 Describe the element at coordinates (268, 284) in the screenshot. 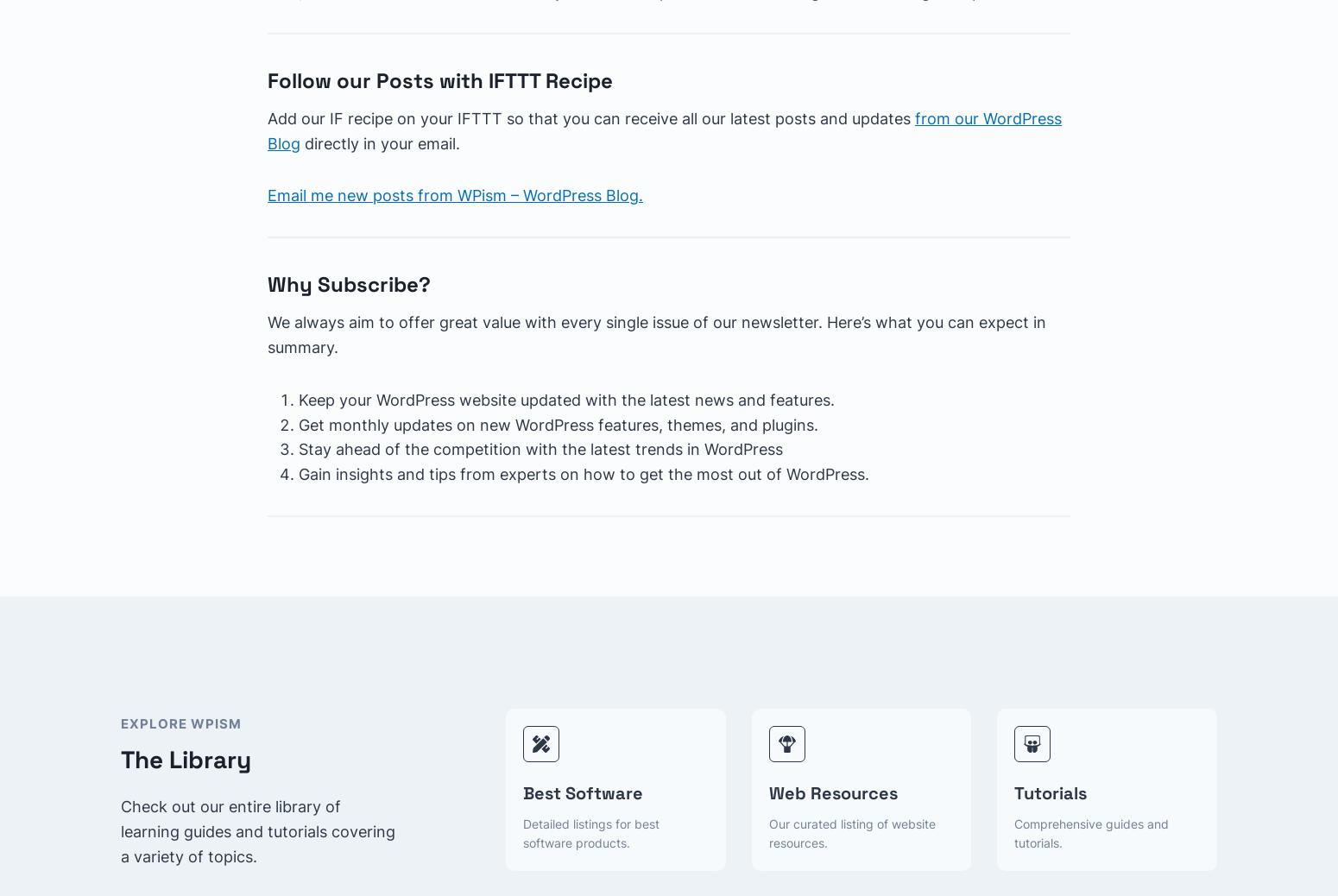

I see `'Why Subscribe?'` at that location.